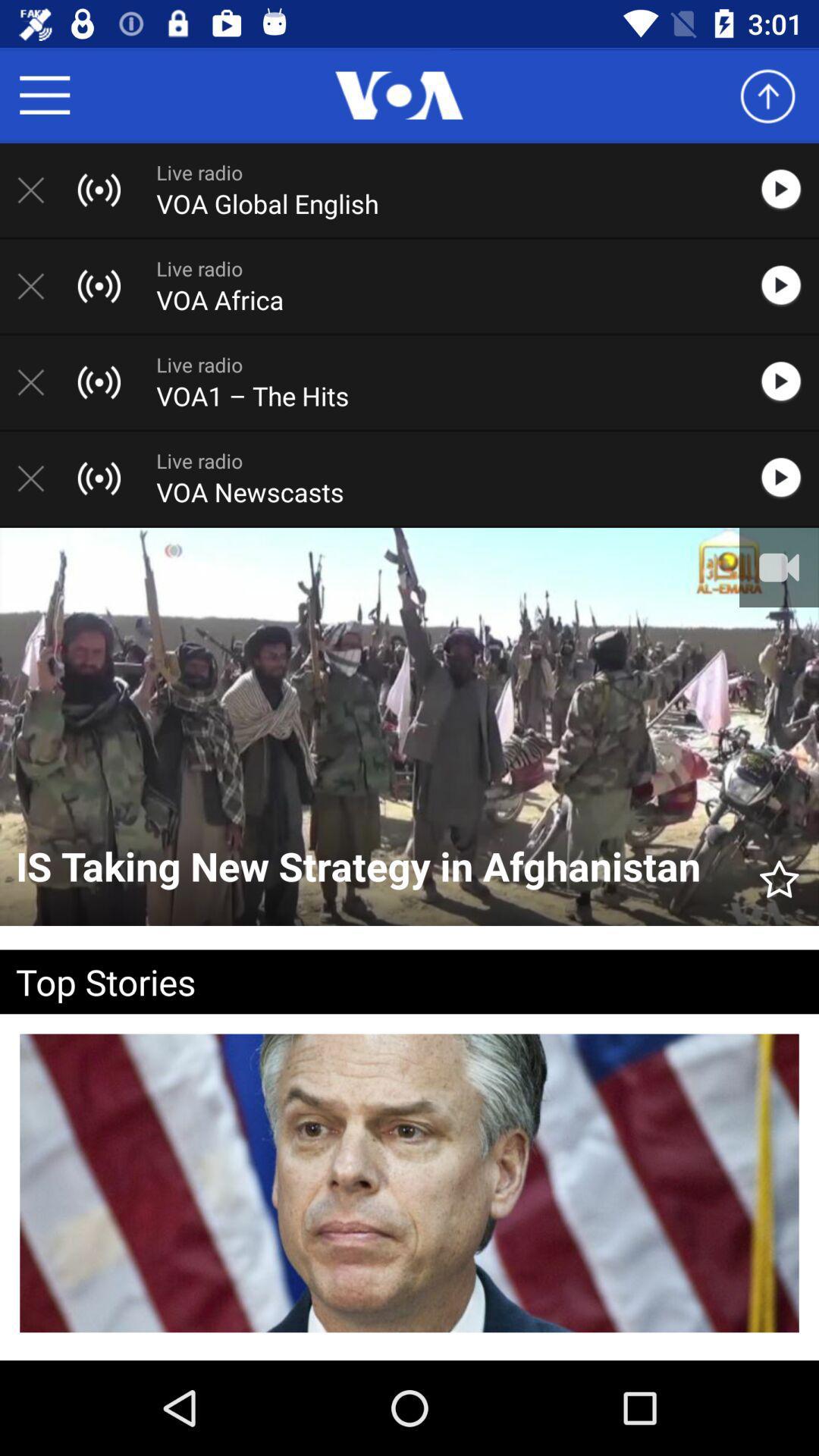  Describe the element at coordinates (788, 286) in the screenshot. I see `this radio` at that location.